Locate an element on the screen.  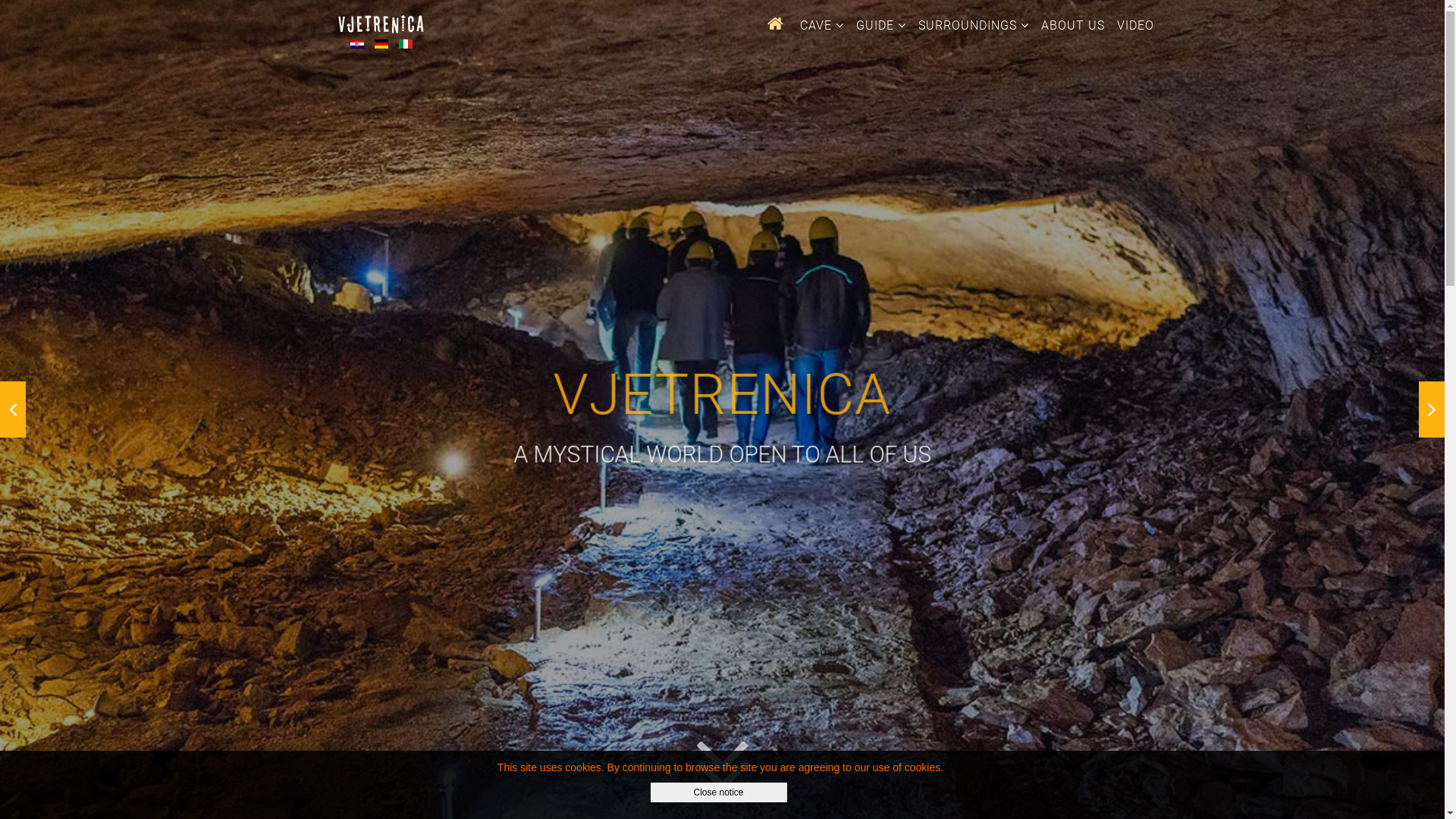
'Italiano' is located at coordinates (405, 42).